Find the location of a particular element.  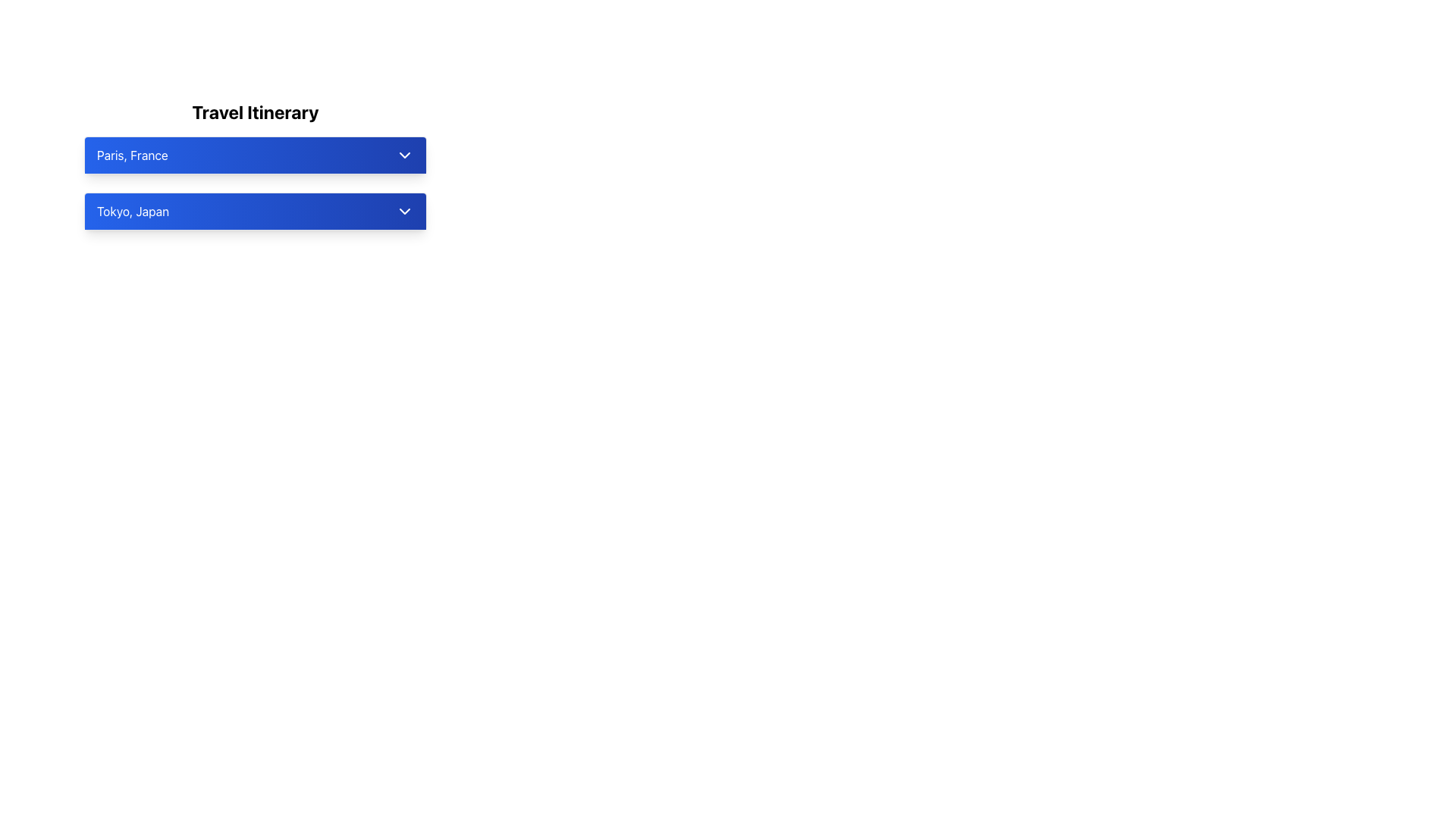

the Dropdown menu button located below the blue button labeled 'Paris, France' is located at coordinates (255, 211).